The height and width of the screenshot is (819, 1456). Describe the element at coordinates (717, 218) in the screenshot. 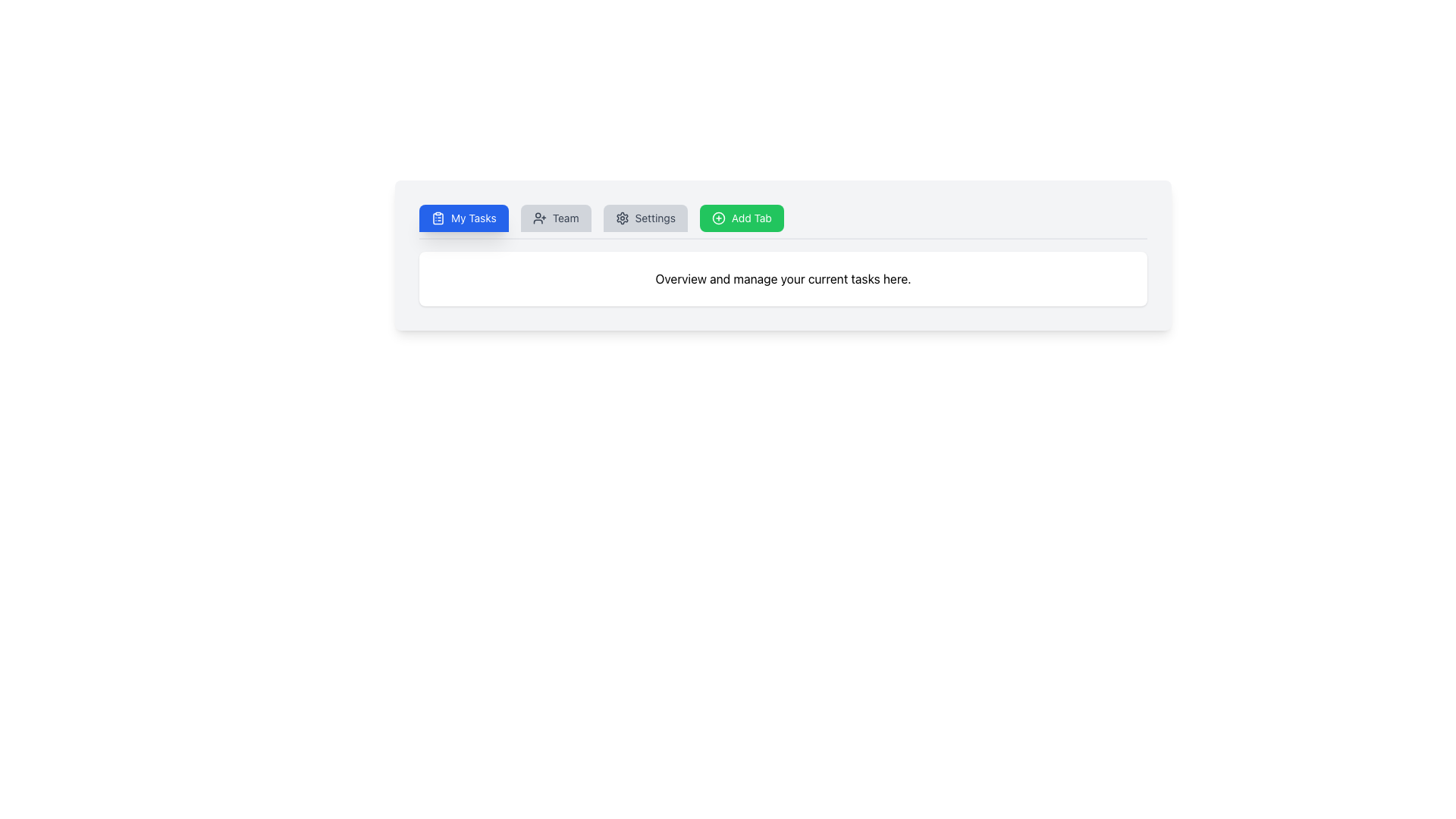

I see `the 'Add Tab' icon located in the top-right section of the interface` at that location.